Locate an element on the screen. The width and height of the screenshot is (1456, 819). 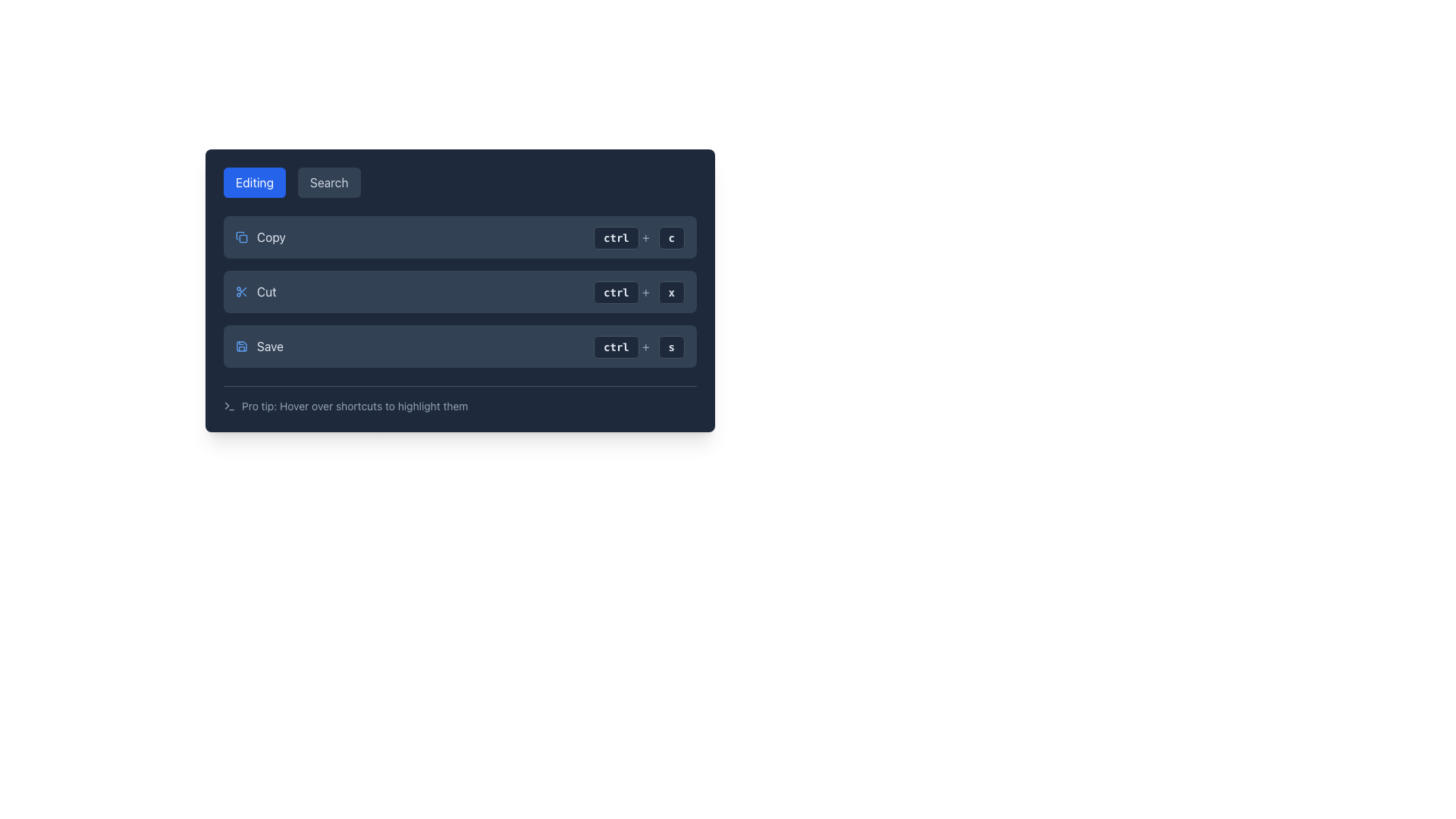
the informational text element that provides tips on interacting with shortcuts, located at the bottom of the dialog box is located at coordinates (459, 399).